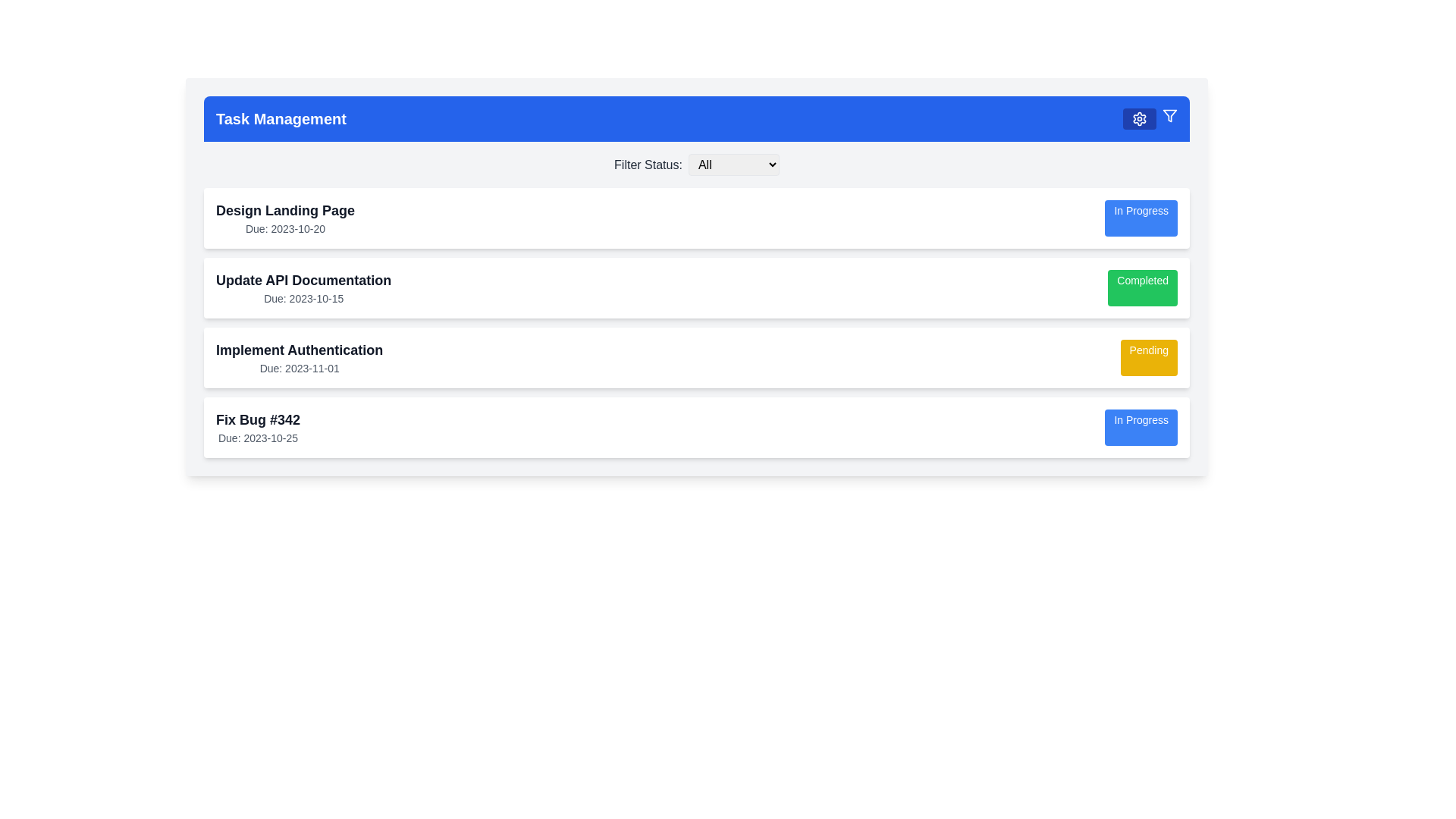  Describe the element at coordinates (695, 288) in the screenshot. I see `the second task entry in the task list that displays the title, due date, and status, positioned between 'Design Landing Page' and 'Implement Authentication'` at that location.